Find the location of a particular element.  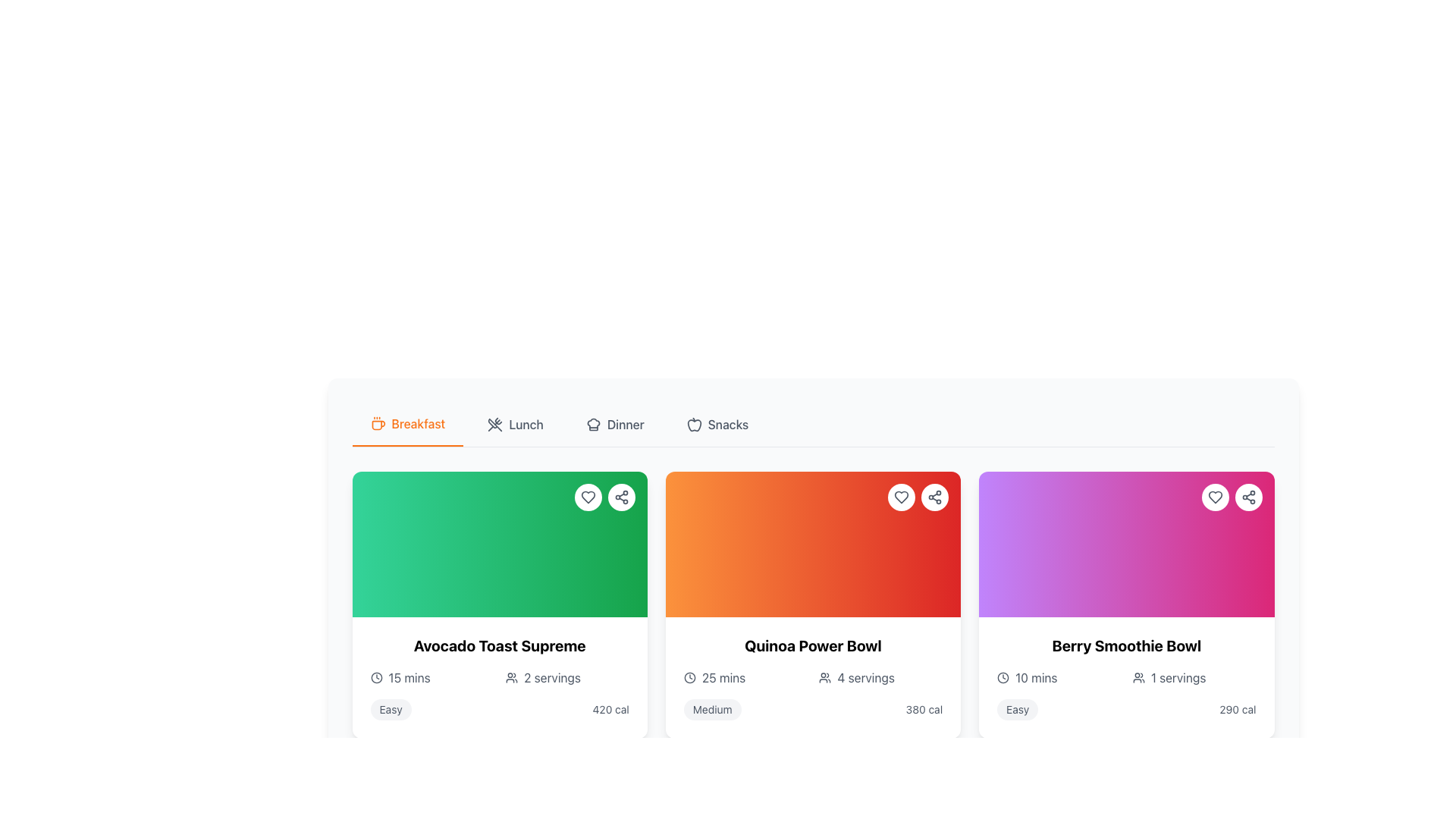

the 'Medium' text label located at the bottom of the 'Quinoa Power Bowl' card, which has a light gray background and dark gray text is located at coordinates (711, 710).